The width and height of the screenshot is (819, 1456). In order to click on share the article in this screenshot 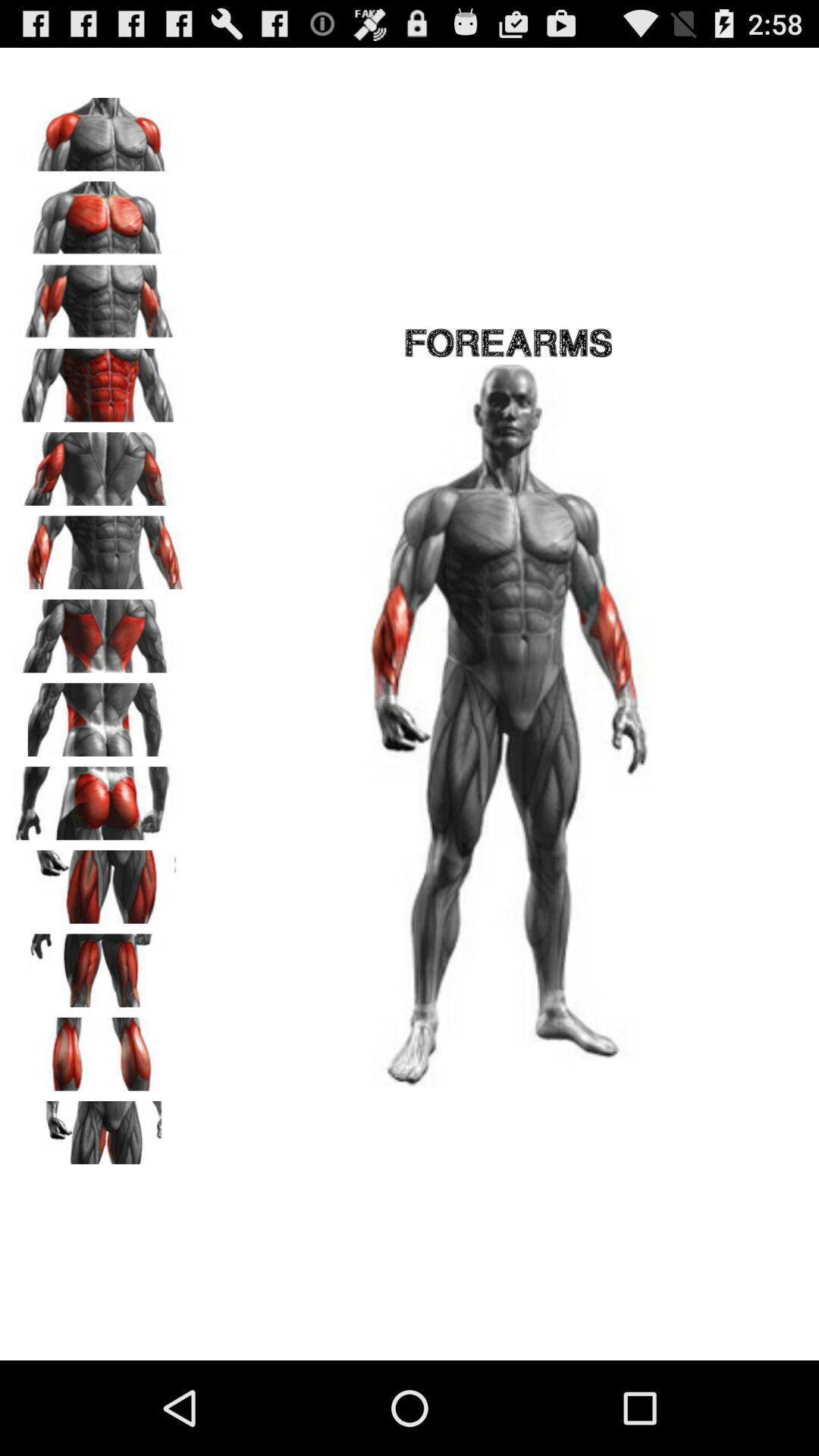, I will do `click(99, 1132)`.